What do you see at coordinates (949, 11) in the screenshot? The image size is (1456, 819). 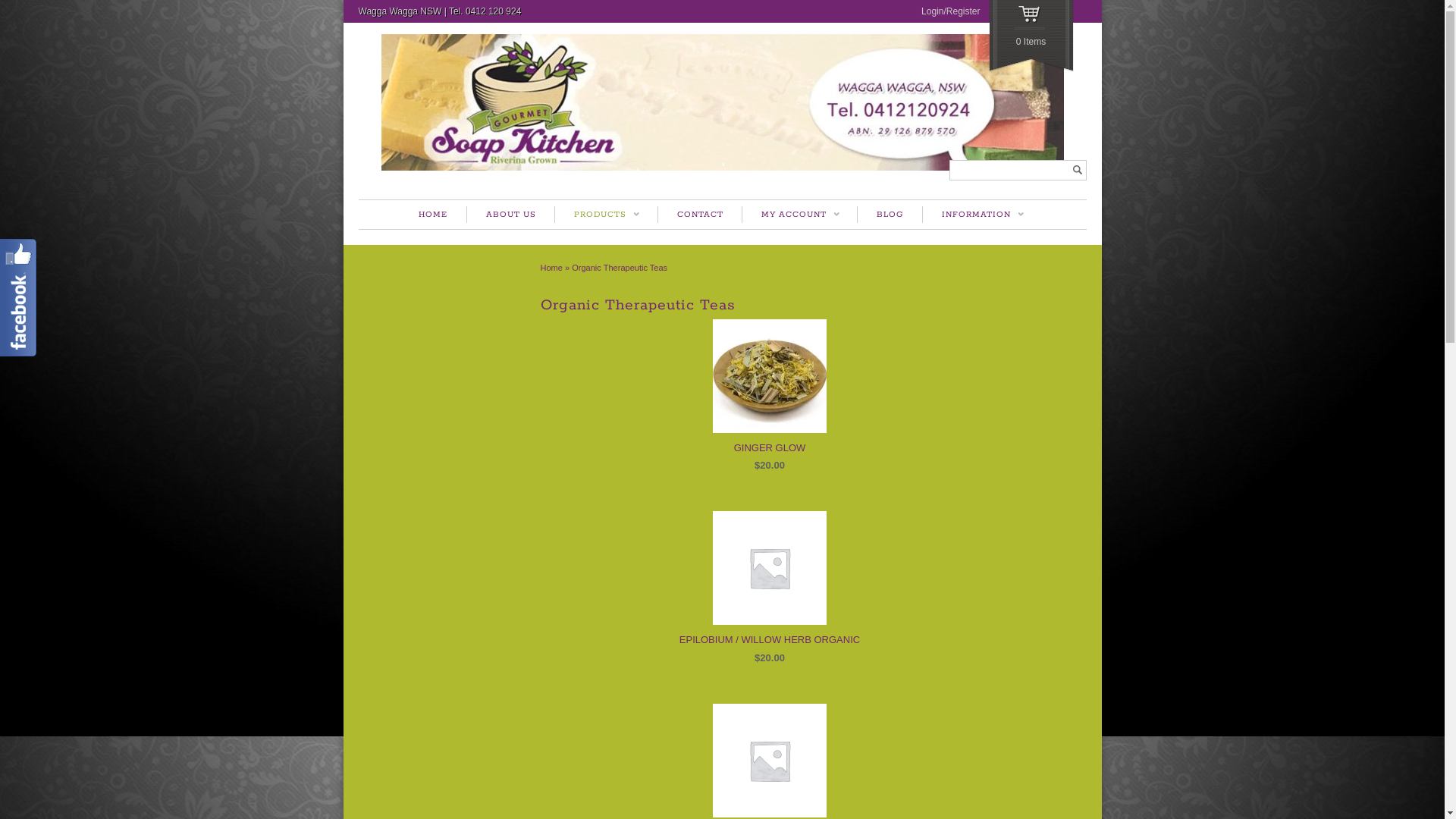 I see `'Login/Register'` at bounding box center [949, 11].